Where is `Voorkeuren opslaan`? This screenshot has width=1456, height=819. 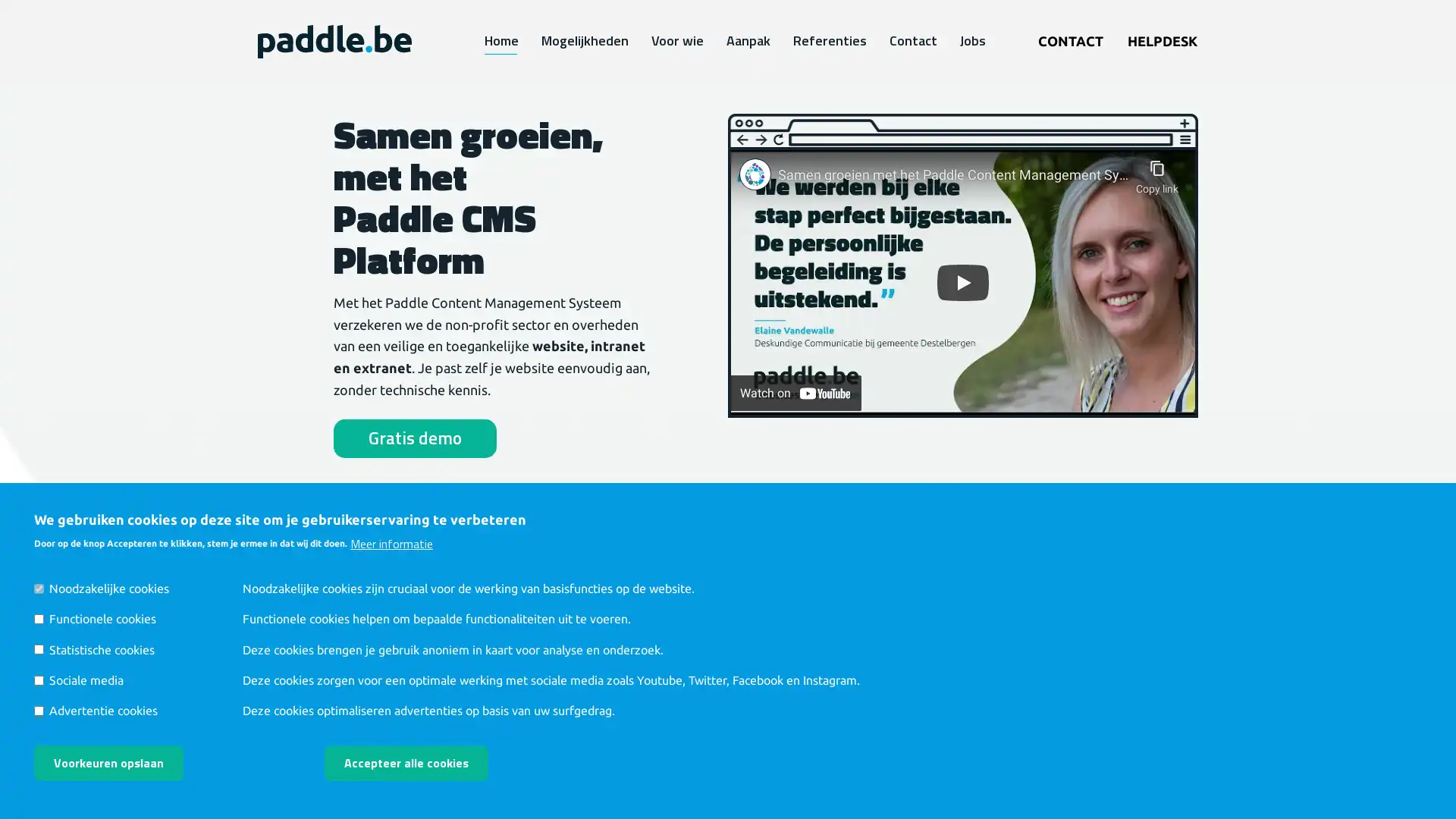
Voorkeuren opslaan is located at coordinates (108, 763).